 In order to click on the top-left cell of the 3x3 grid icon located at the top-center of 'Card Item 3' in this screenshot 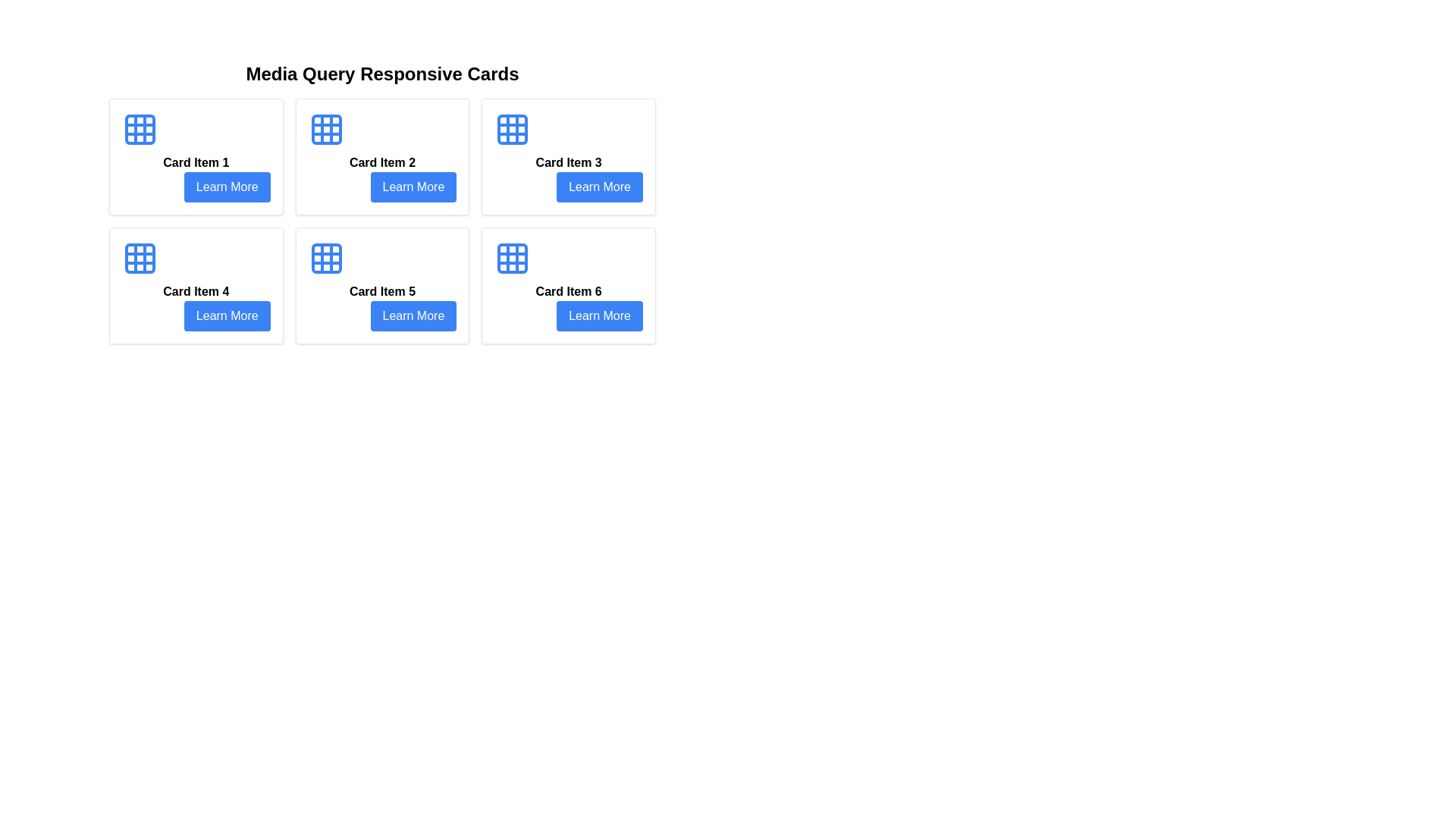, I will do `click(513, 128)`.